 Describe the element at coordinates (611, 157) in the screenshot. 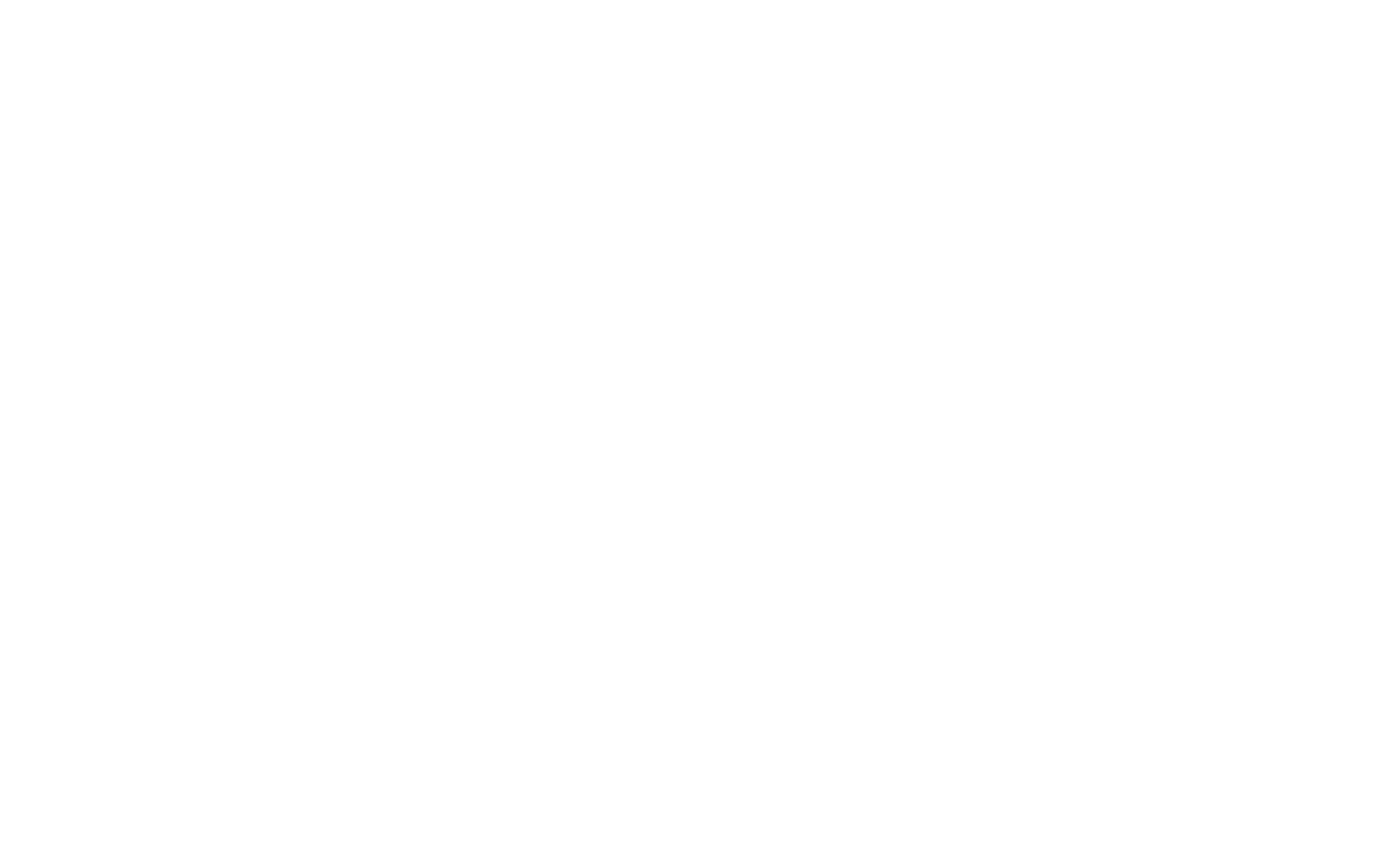

I see `'Uncategorized'` at that location.